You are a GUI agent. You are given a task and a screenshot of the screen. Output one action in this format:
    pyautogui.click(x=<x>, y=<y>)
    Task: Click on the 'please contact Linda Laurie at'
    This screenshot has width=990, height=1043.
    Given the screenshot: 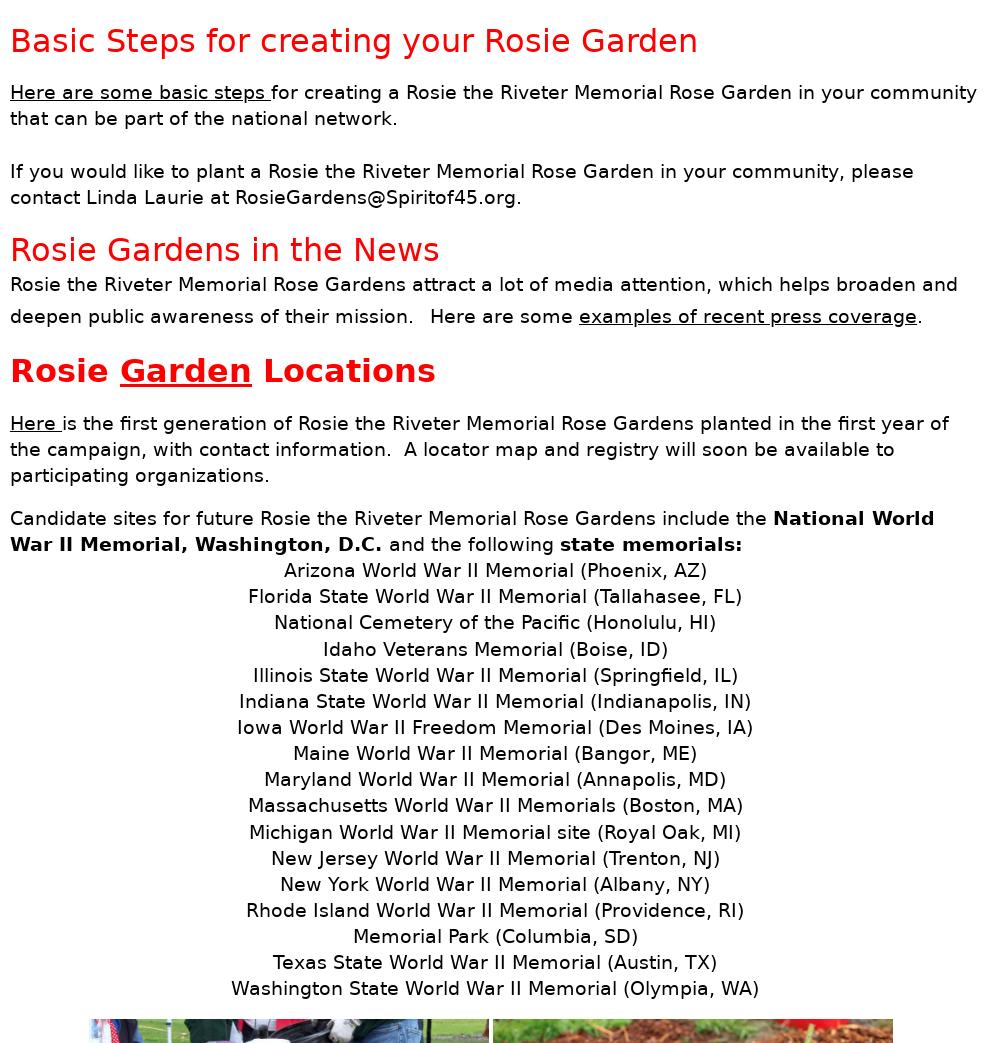 What is the action you would take?
    pyautogui.click(x=462, y=182)
    